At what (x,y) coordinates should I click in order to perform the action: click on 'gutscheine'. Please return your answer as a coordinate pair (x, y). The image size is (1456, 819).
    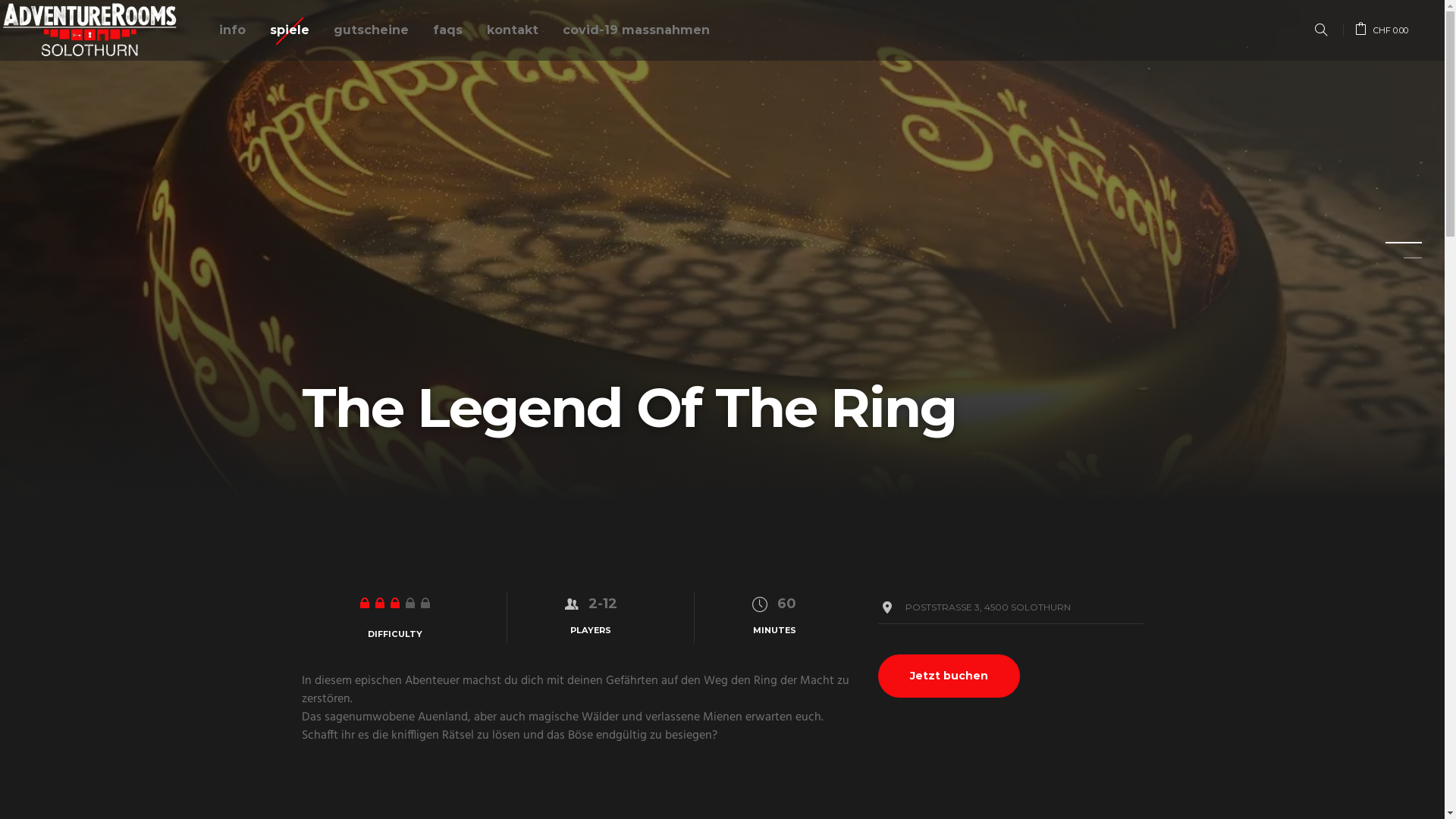
    Looking at the image, I should click on (327, 30).